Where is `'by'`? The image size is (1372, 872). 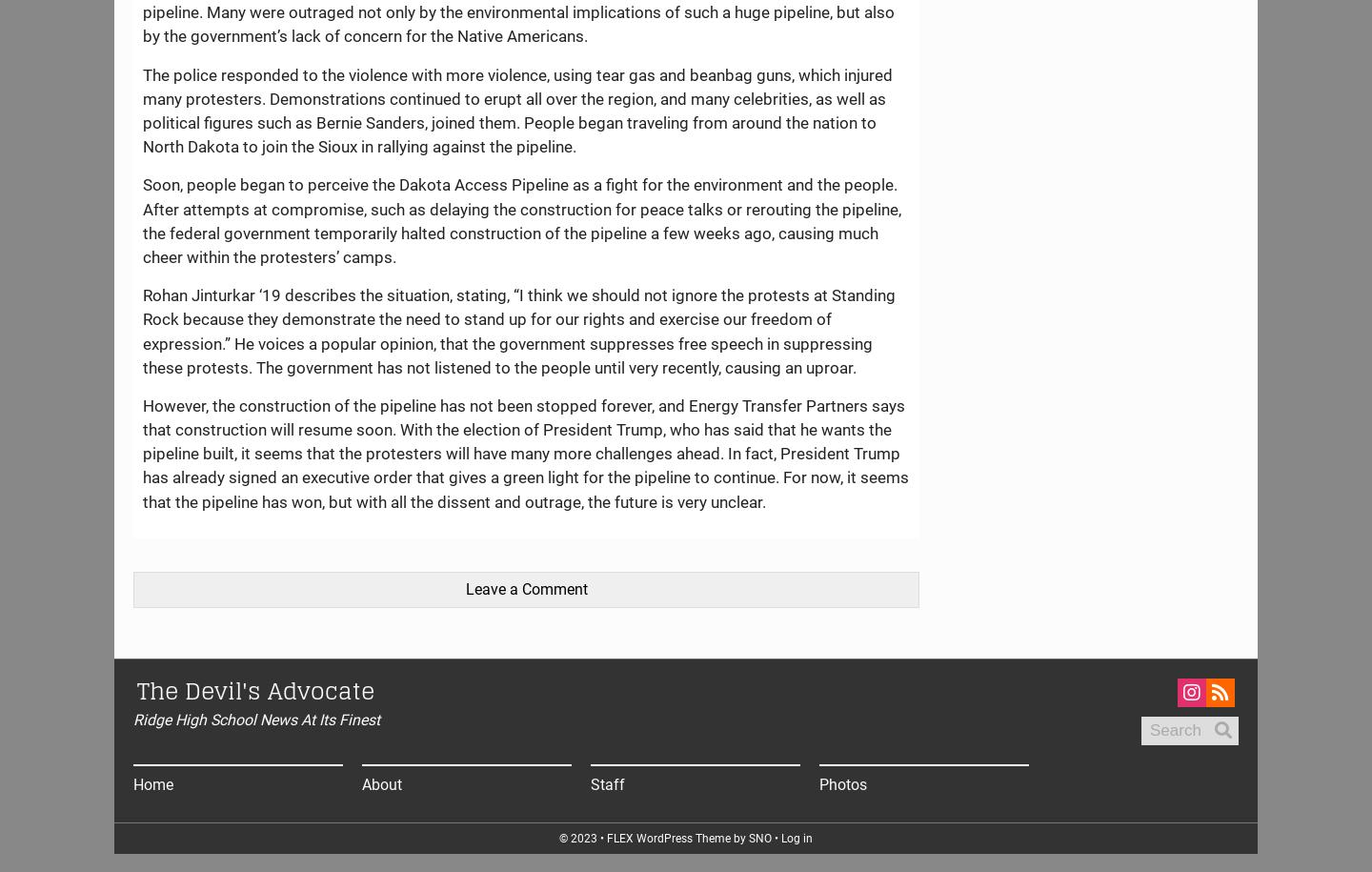
'by' is located at coordinates (738, 837).